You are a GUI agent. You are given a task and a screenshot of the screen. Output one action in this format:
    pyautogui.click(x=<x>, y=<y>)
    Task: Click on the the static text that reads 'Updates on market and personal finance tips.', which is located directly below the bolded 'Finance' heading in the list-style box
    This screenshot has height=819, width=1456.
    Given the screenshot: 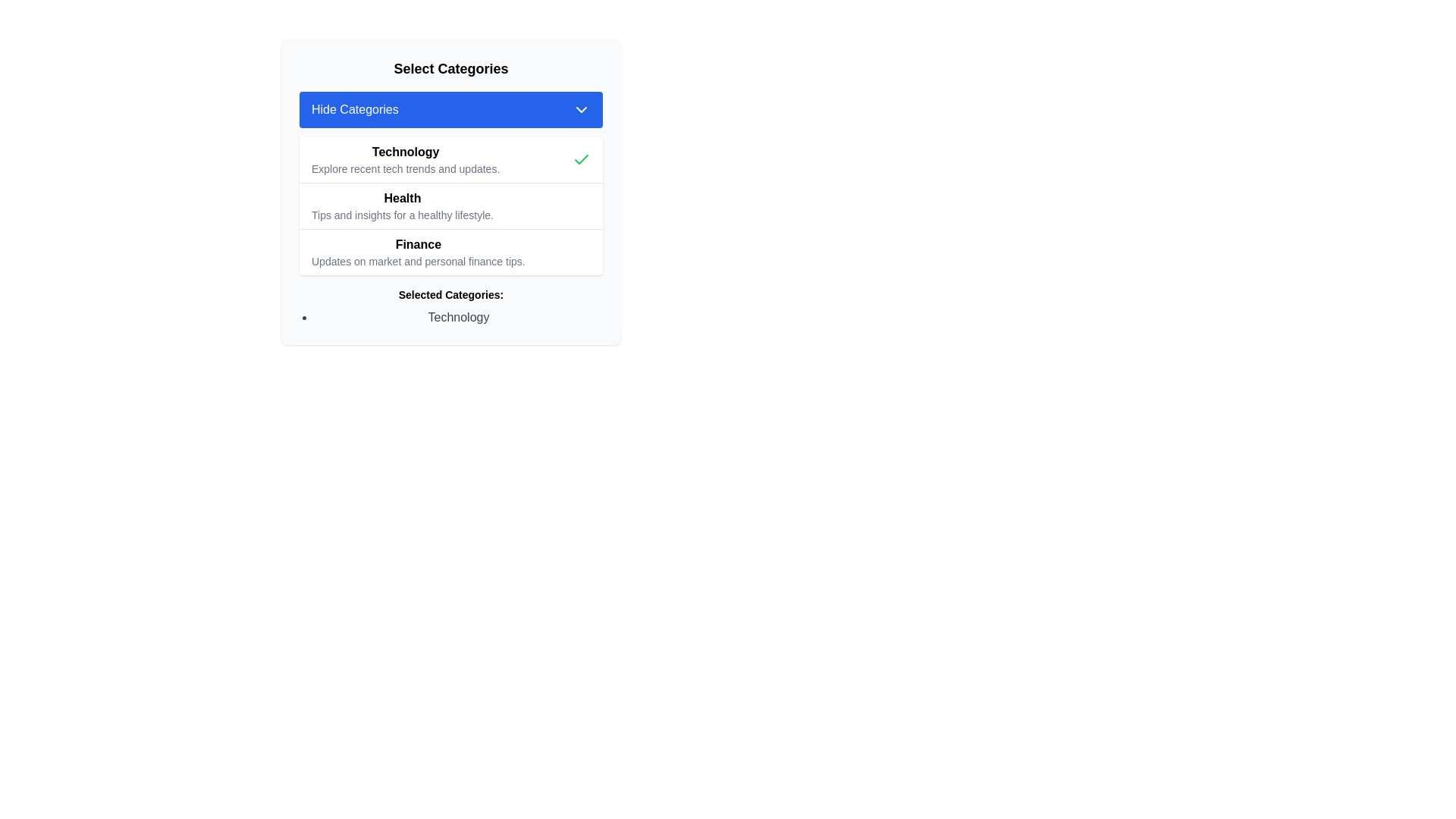 What is the action you would take?
    pyautogui.click(x=418, y=260)
    